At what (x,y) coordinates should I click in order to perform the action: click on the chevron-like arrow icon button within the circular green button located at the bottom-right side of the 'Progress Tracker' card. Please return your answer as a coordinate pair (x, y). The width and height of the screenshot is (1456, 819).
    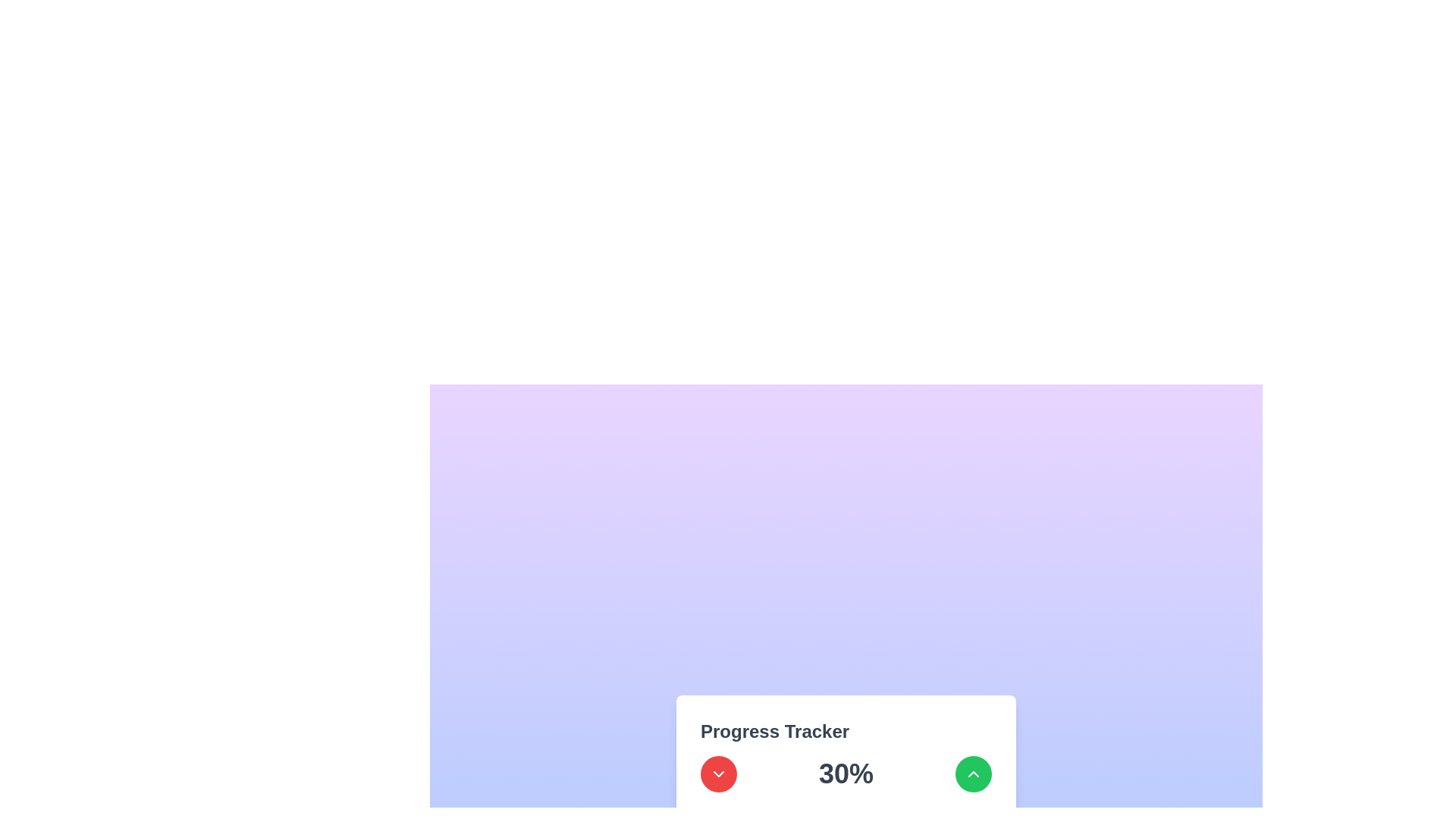
    Looking at the image, I should click on (973, 774).